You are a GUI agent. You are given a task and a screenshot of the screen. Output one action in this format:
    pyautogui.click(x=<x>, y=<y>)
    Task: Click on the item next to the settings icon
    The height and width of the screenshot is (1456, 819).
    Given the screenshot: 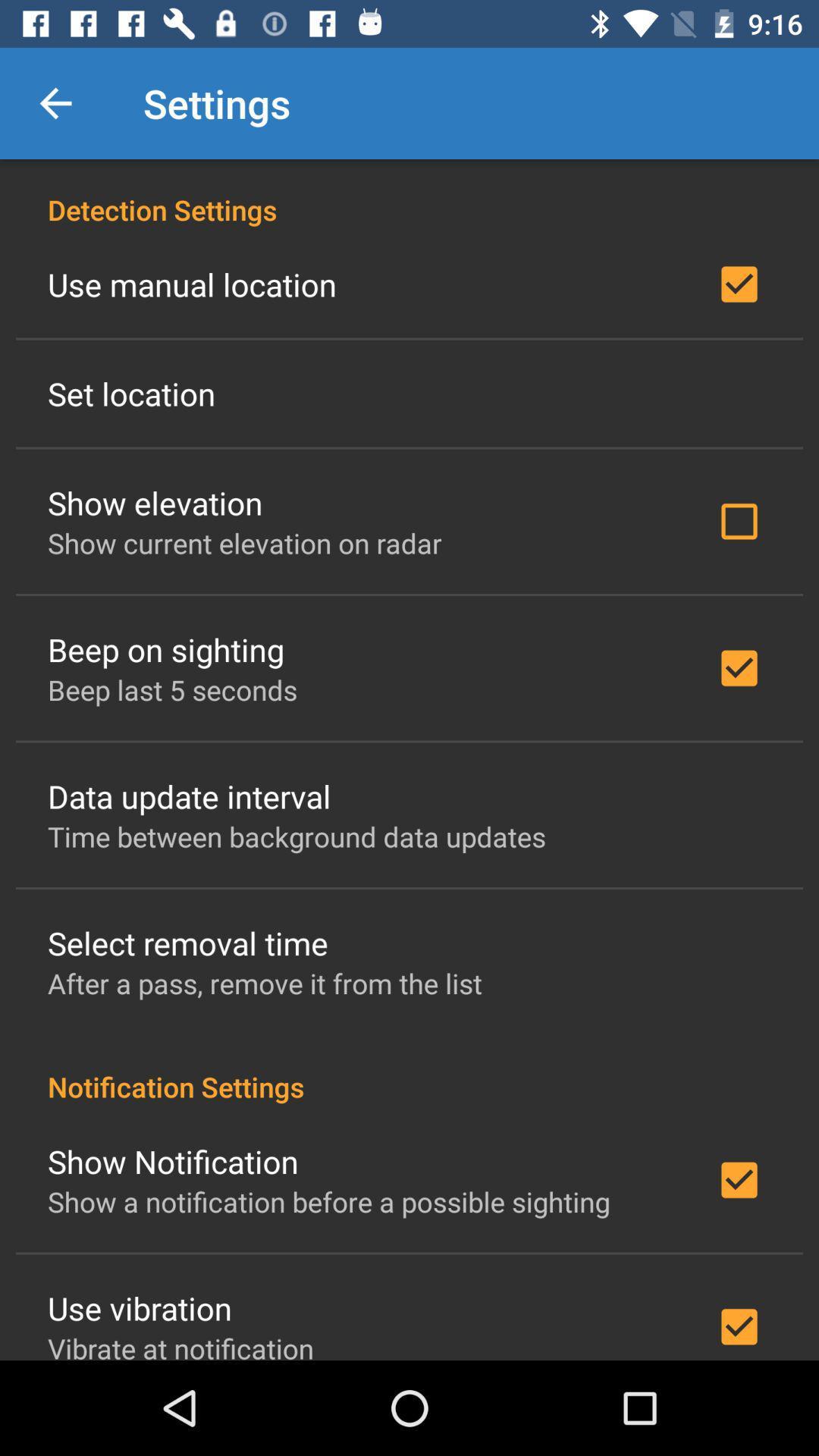 What is the action you would take?
    pyautogui.click(x=55, y=102)
    